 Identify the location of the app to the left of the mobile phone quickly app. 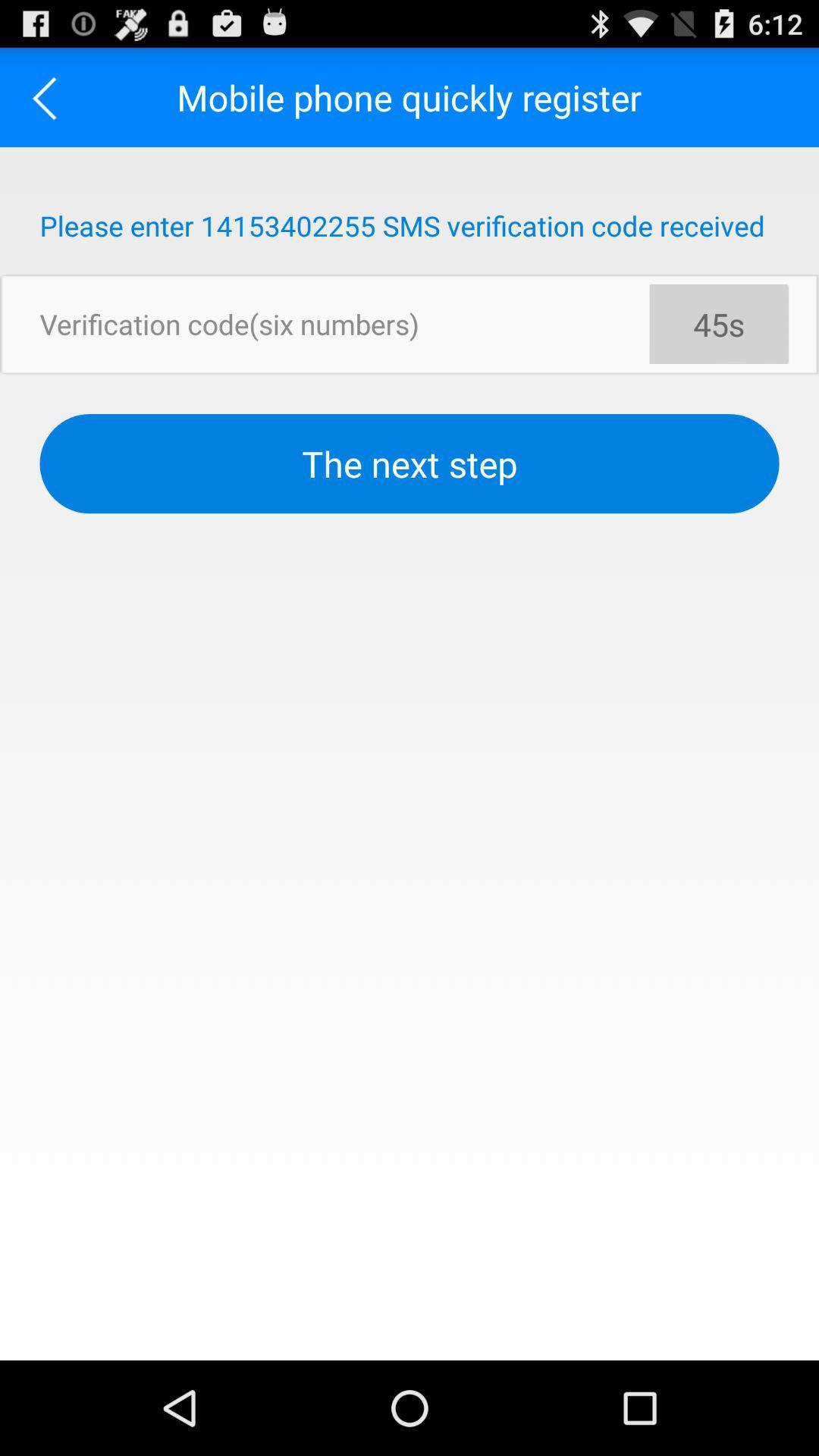
(49, 96).